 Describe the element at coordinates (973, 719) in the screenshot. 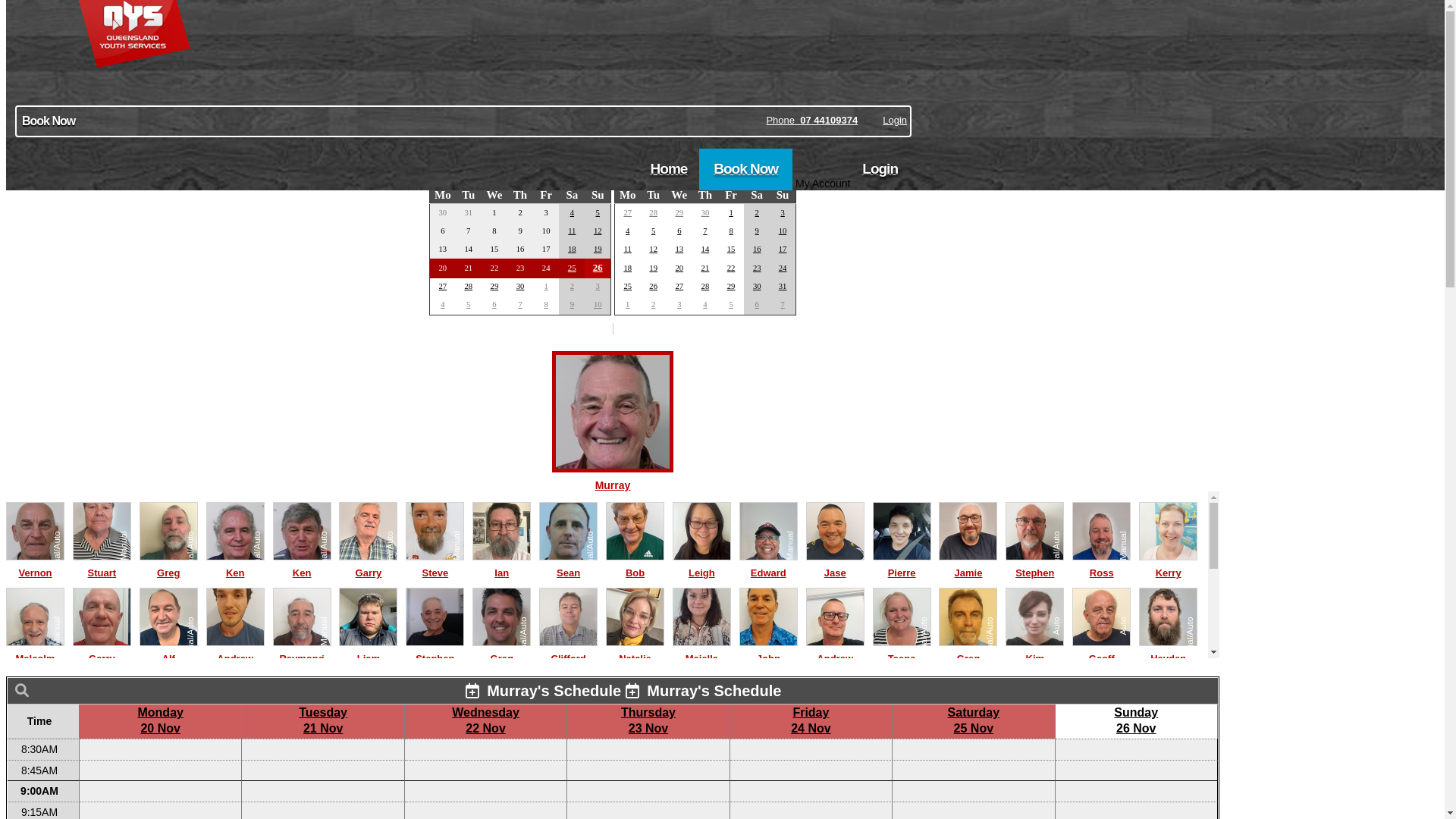

I see `'Saturday` at that location.